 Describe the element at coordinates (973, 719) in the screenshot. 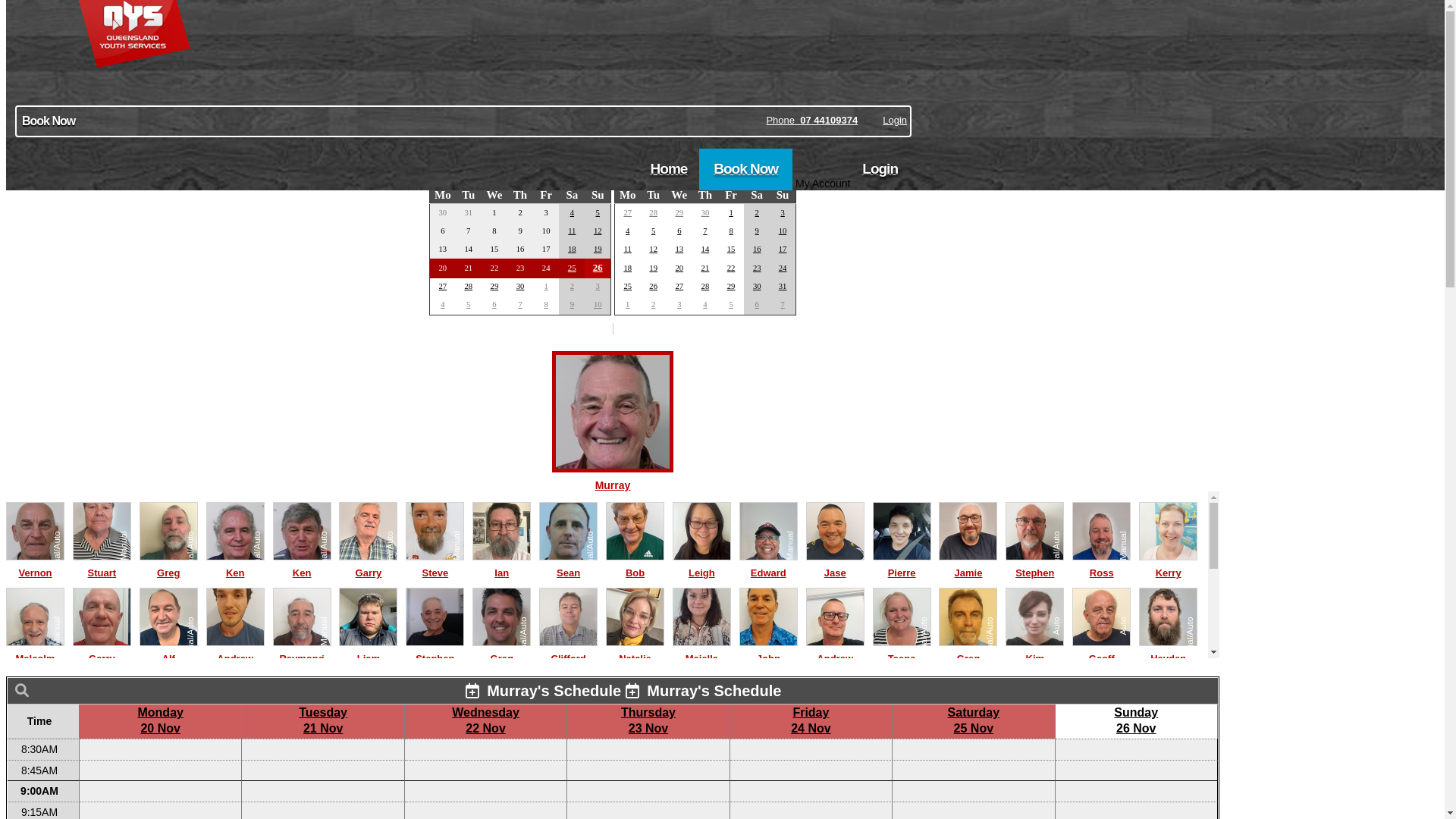

I see `'Saturday` at that location.